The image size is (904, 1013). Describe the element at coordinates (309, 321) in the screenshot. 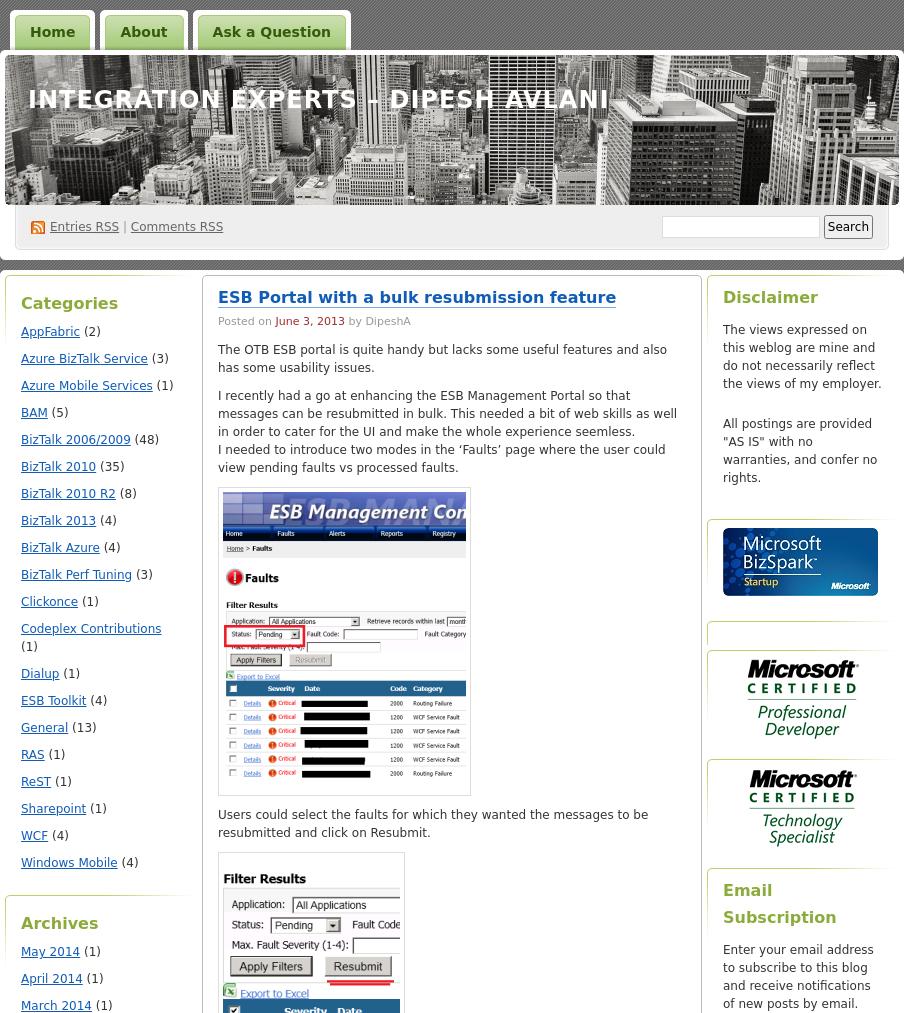

I see `'June 3, 2013'` at that location.